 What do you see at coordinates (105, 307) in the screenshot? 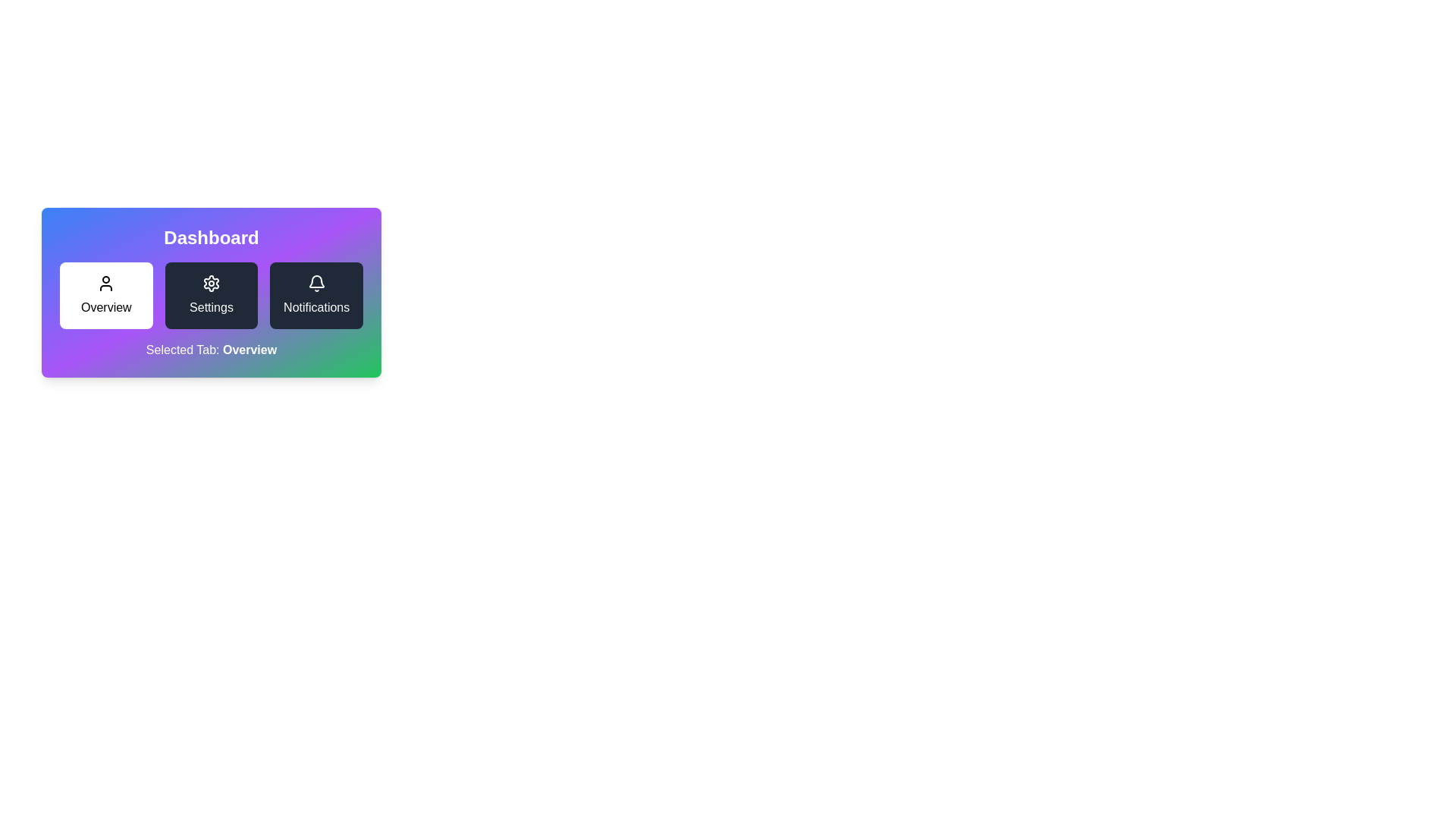
I see `the 'Overview' text label displayed in black font on a white background, located within a card on the left side of a row with similar cards` at bounding box center [105, 307].